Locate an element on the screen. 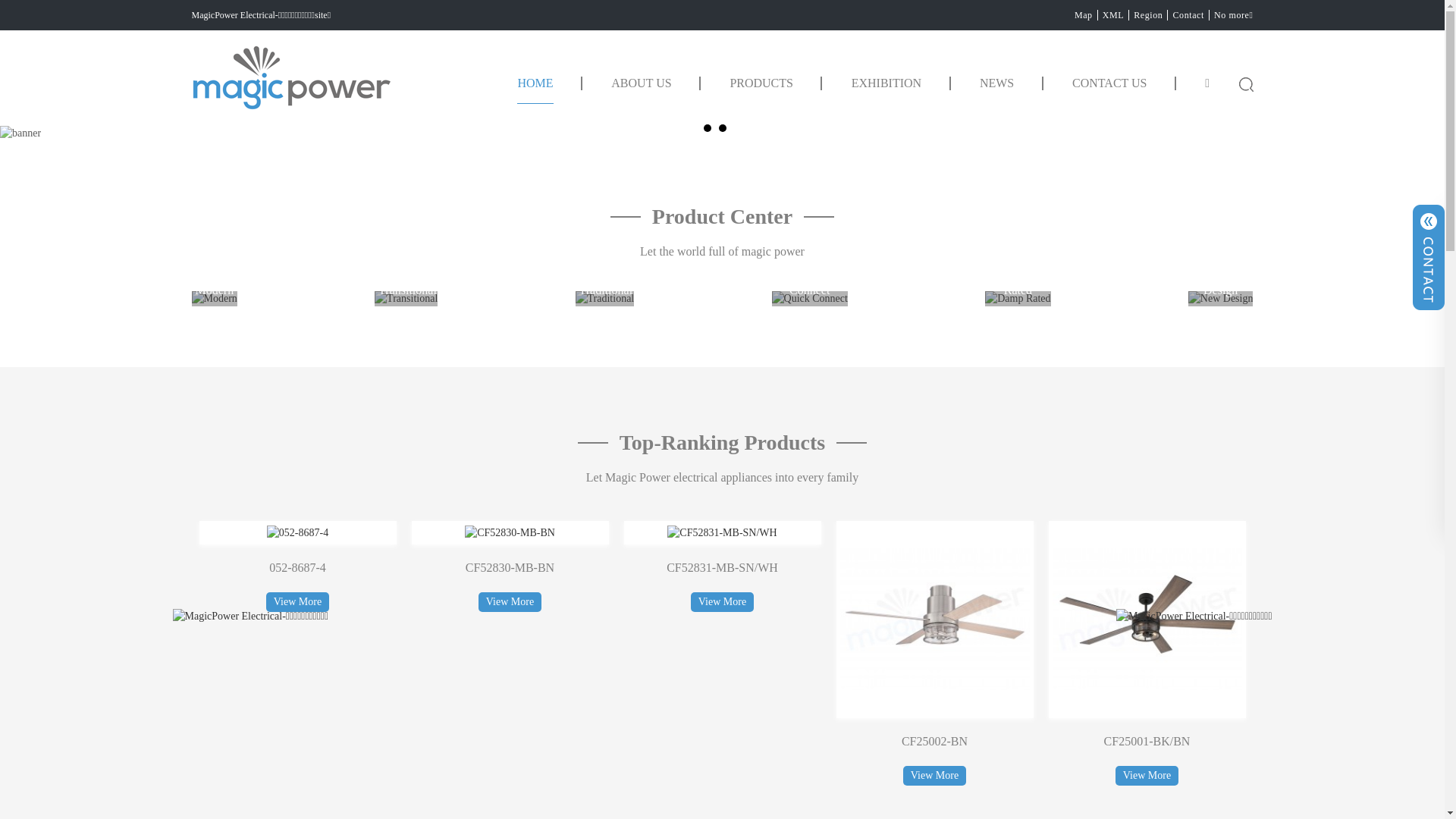 This screenshot has width=1456, height=819. 'CF52840-MB-BN is located at coordinates (198, 566).